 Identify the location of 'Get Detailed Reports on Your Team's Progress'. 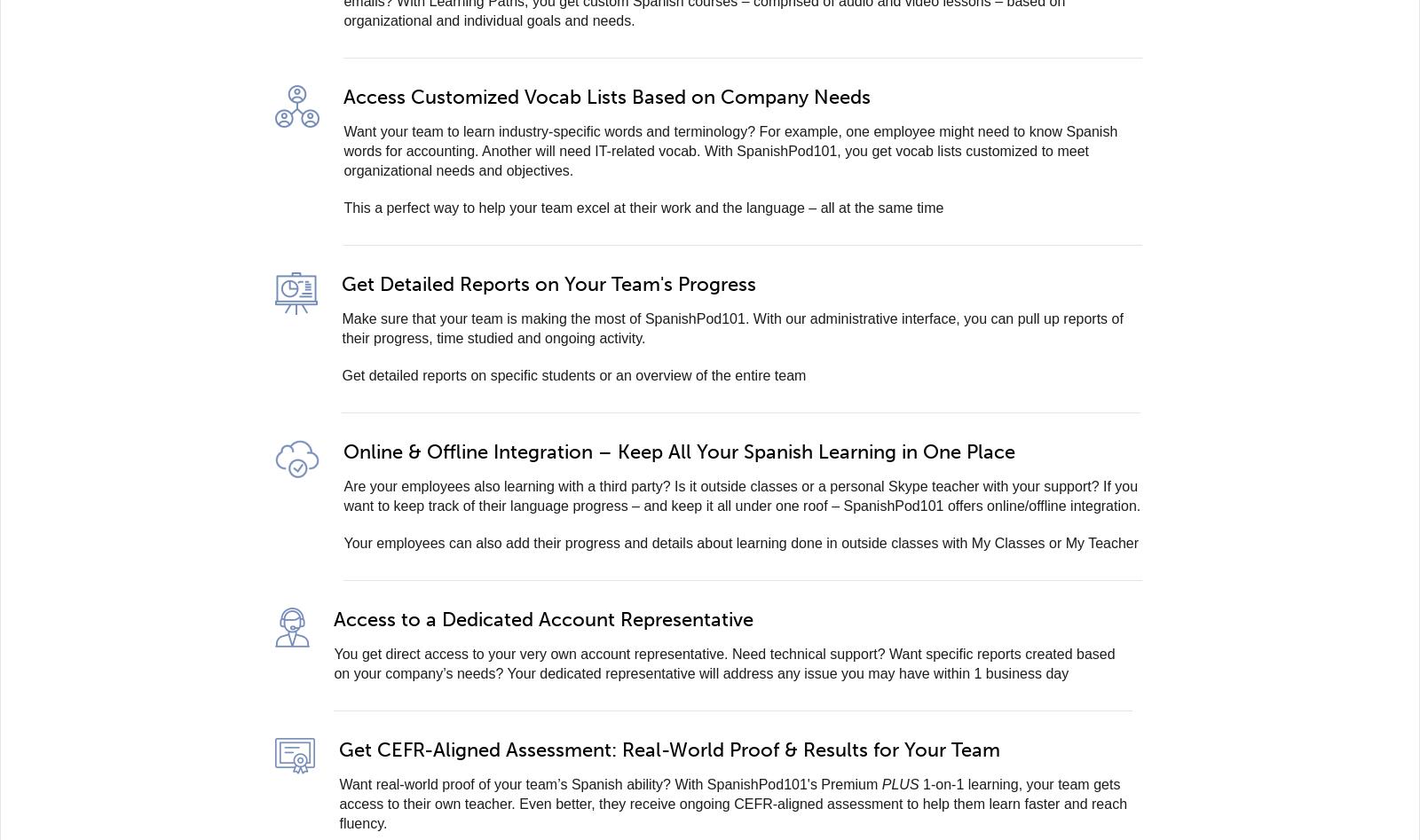
(548, 283).